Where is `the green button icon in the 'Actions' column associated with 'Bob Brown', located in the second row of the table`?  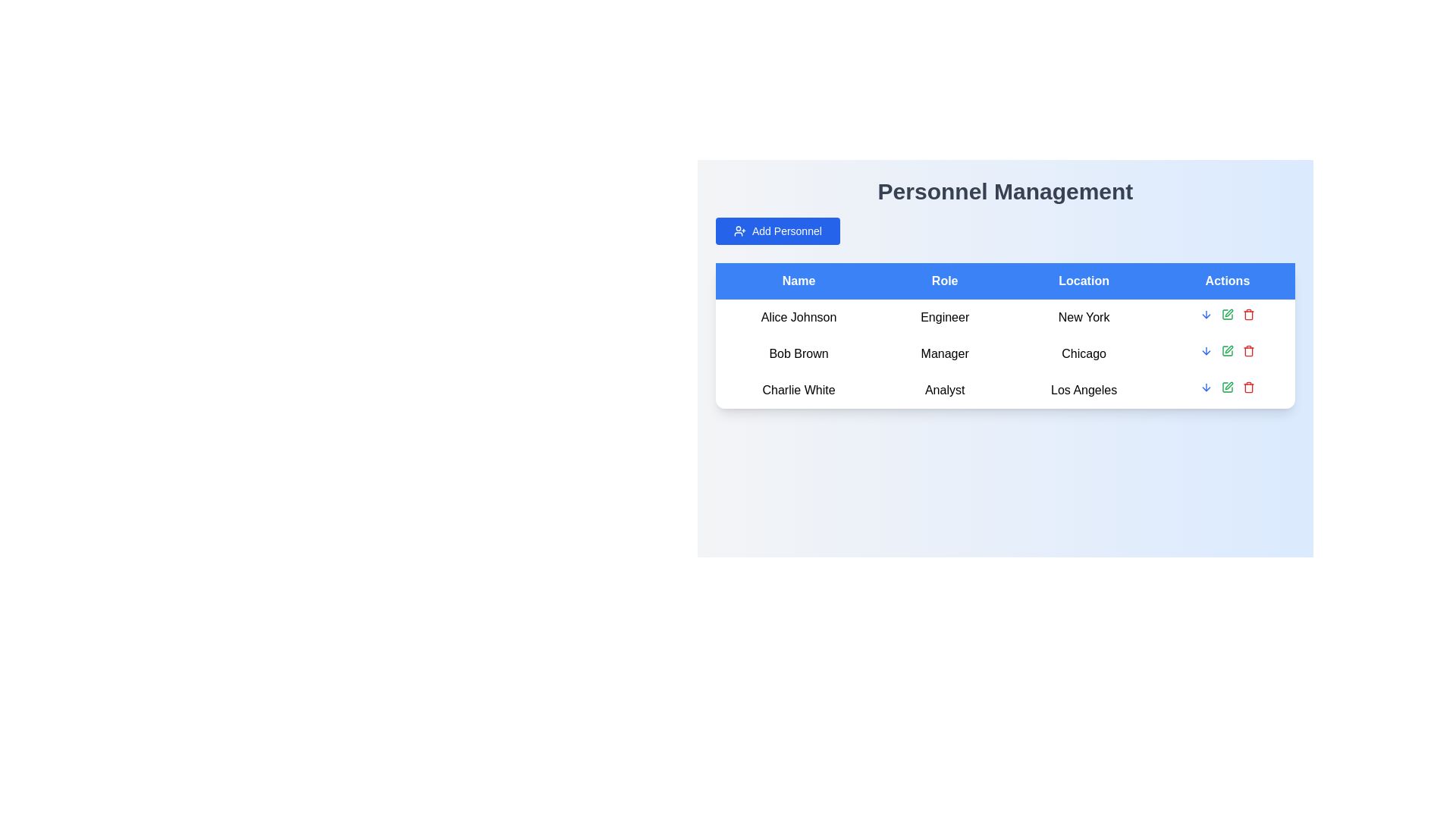 the green button icon in the 'Actions' column associated with 'Bob Brown', located in the second row of the table is located at coordinates (1227, 350).